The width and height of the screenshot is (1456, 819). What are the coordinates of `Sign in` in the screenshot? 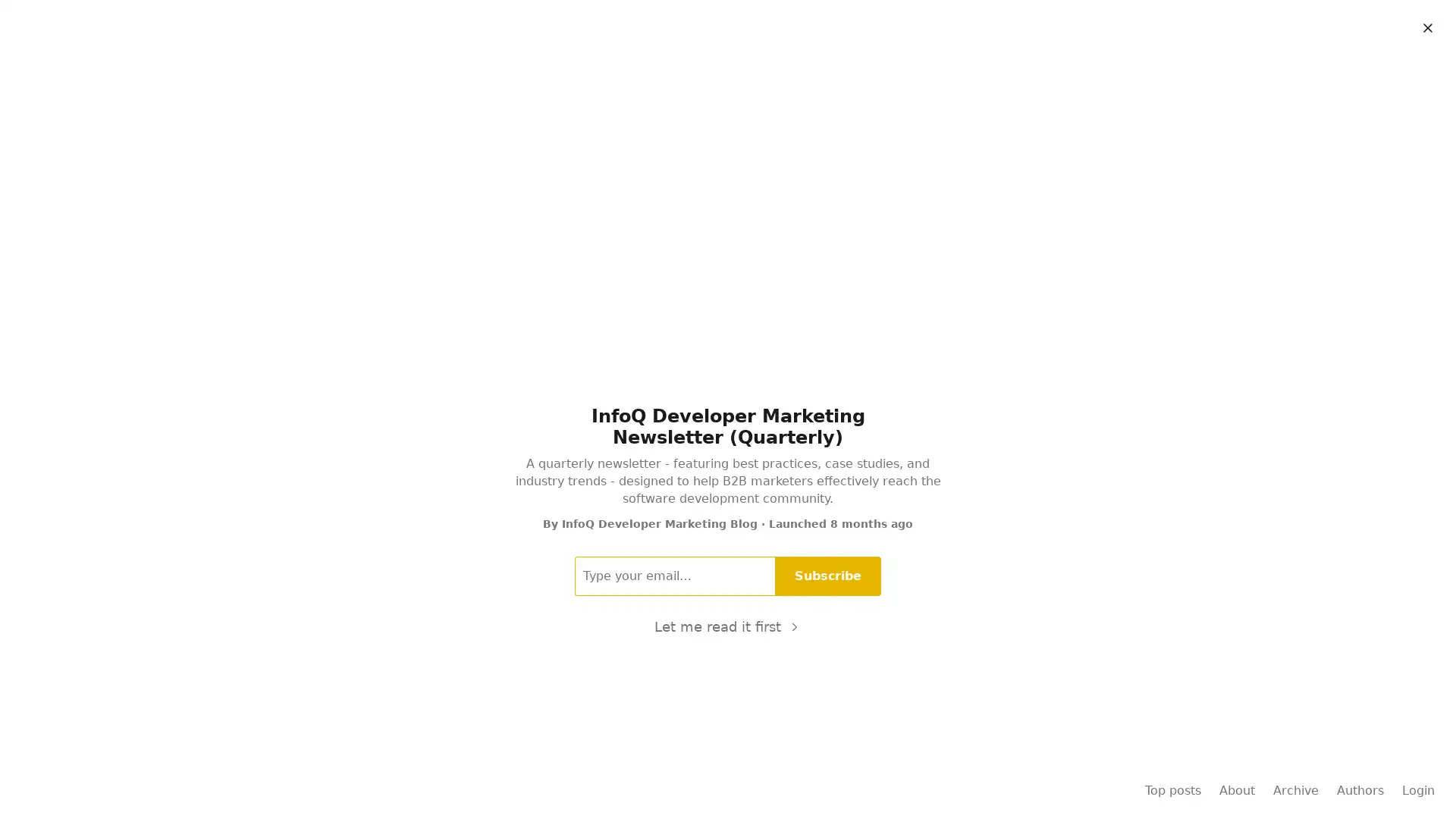 It's located at (1414, 24).